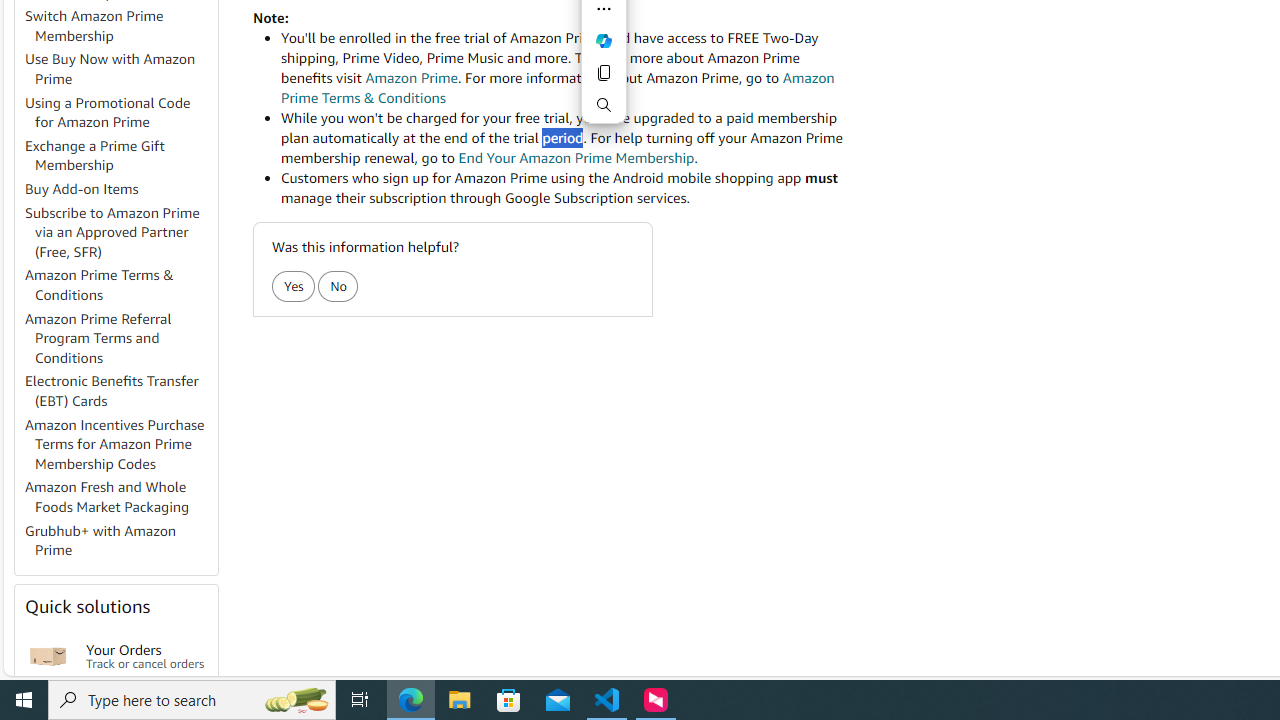  Describe the element at coordinates (119, 27) in the screenshot. I see `'Switch Amazon Prime Membership'` at that location.